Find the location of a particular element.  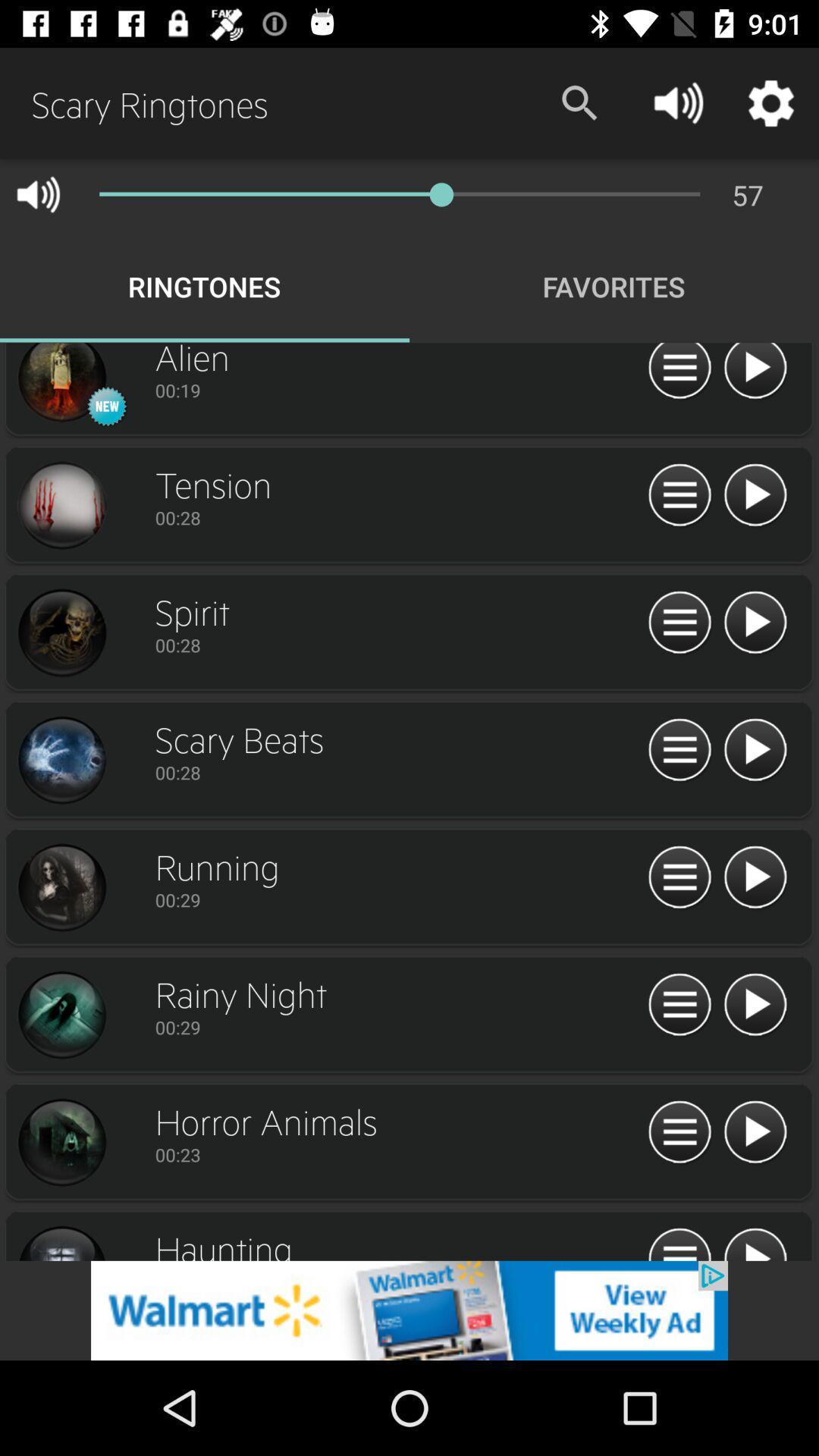

option button is located at coordinates (679, 373).